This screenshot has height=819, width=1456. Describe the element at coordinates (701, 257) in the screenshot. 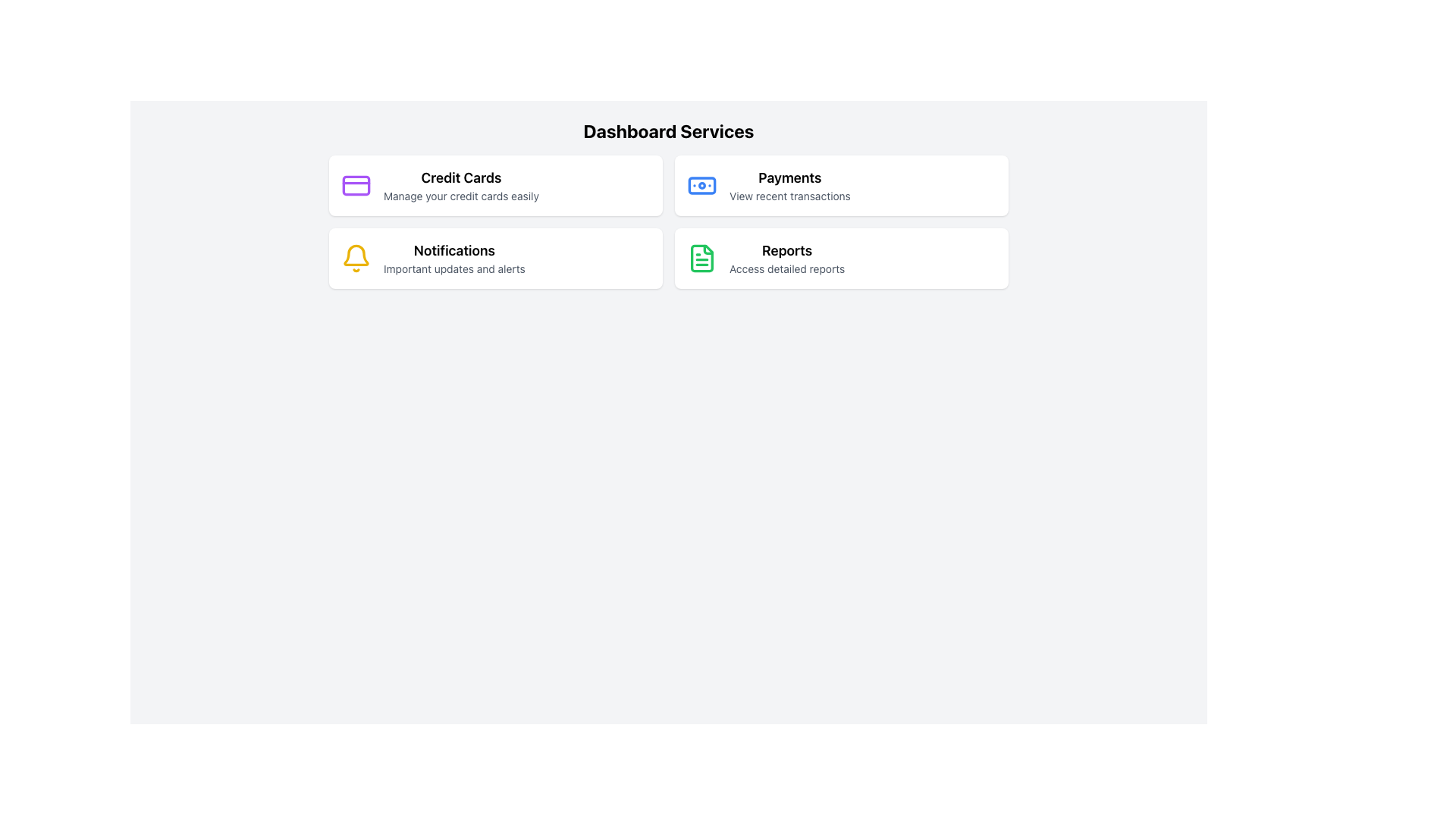

I see `the green document icon located in the 'Reports' section of the dashboard services options` at that location.